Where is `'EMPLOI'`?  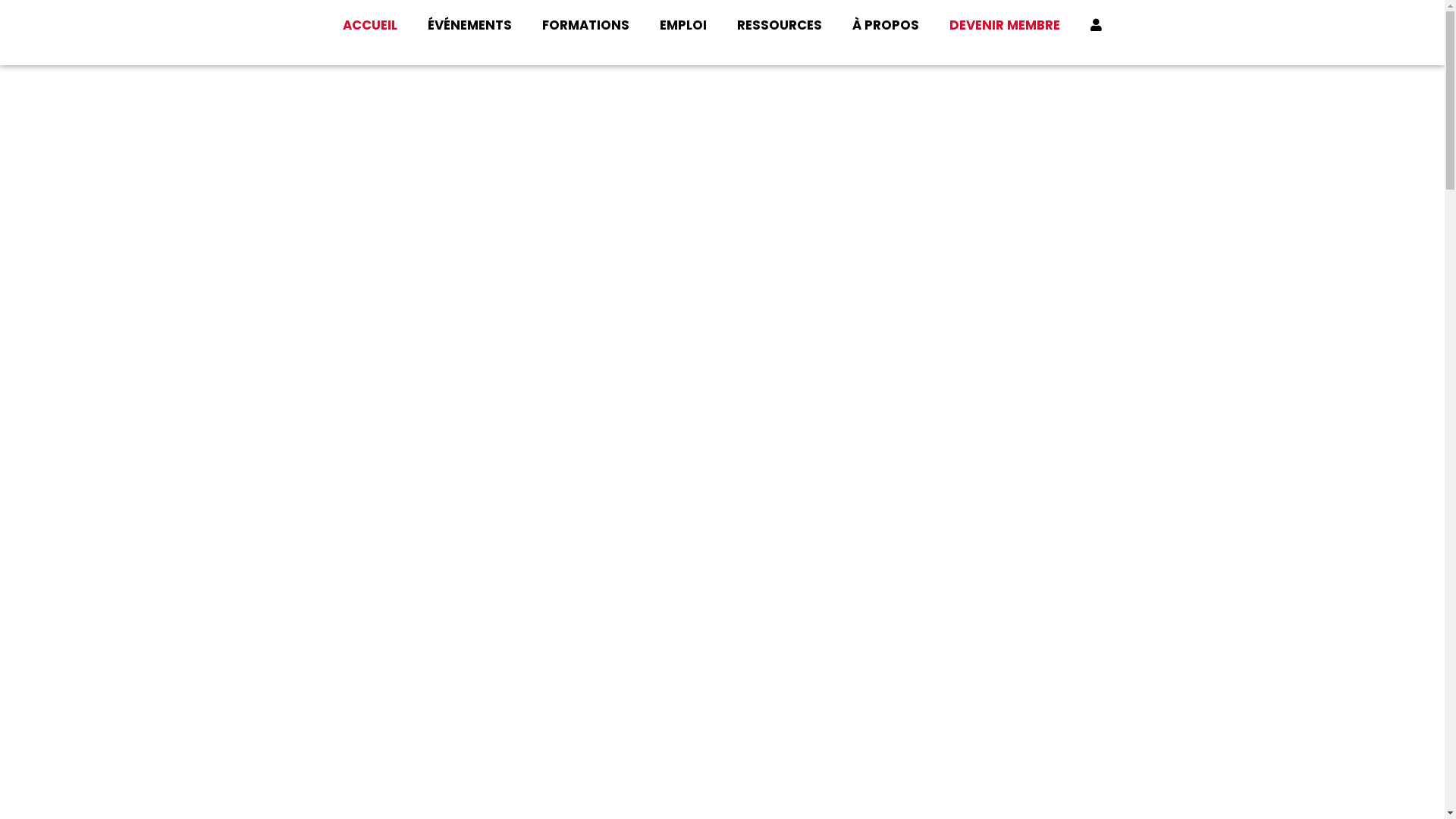 'EMPLOI' is located at coordinates (644, 25).